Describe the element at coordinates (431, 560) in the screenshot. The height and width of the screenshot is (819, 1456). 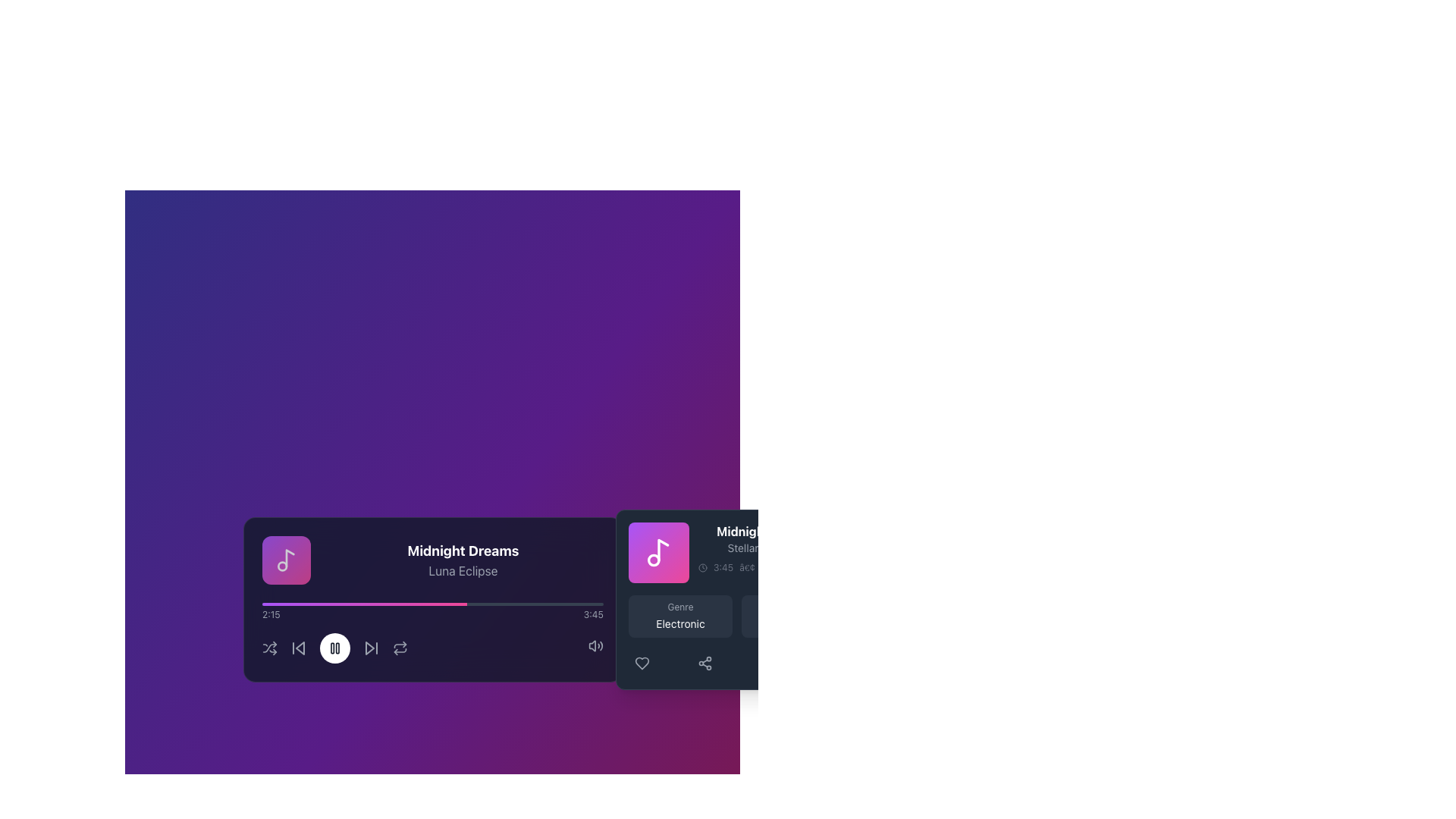
I see `the text display section that shows 'Midnight Dreams' in bold white font above 'Luna Eclipse' in smaller gray font, located on a dark purple background` at that location.